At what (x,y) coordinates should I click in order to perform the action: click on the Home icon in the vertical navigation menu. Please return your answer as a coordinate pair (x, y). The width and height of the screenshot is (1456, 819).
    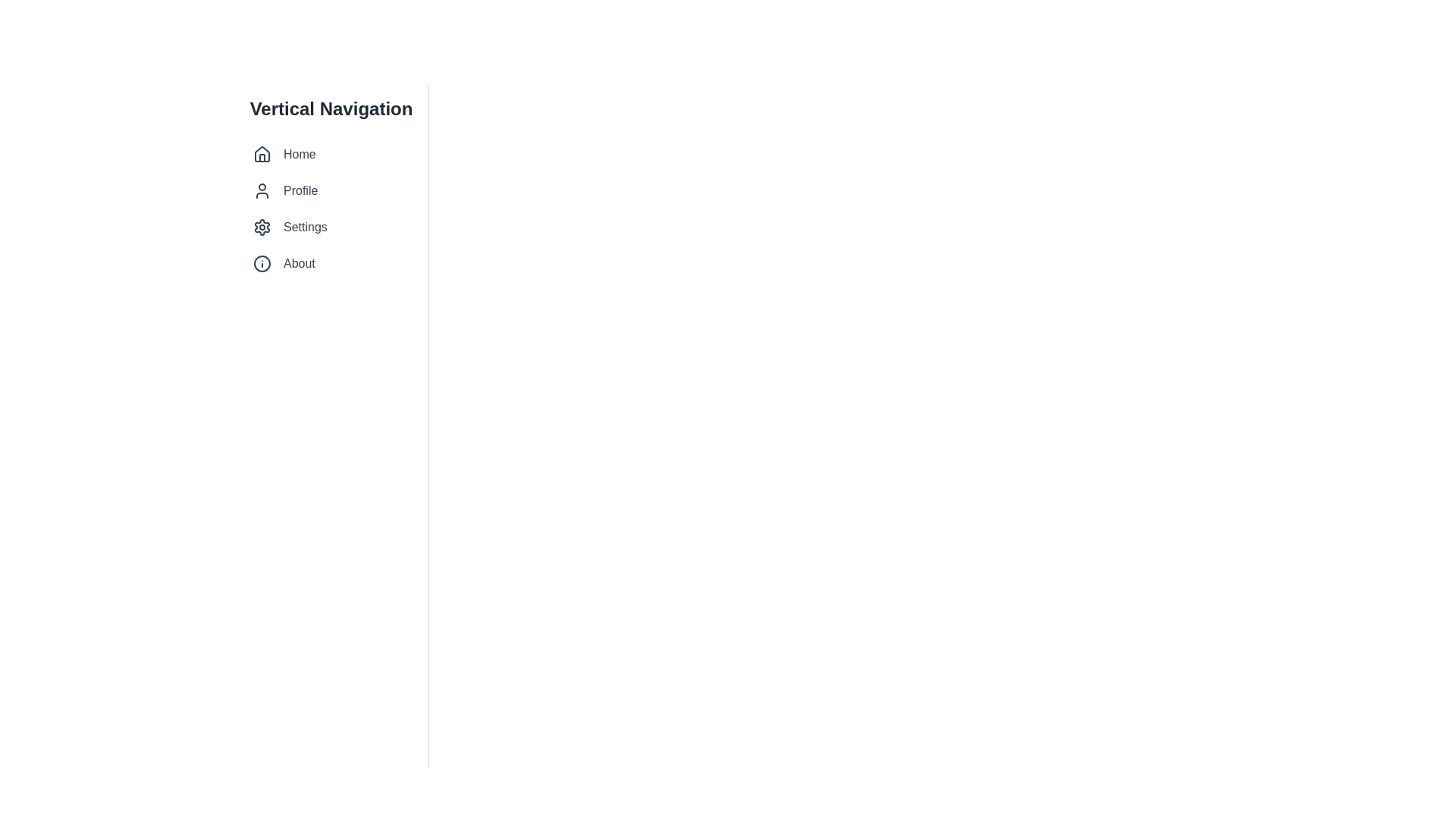
    Looking at the image, I should click on (262, 155).